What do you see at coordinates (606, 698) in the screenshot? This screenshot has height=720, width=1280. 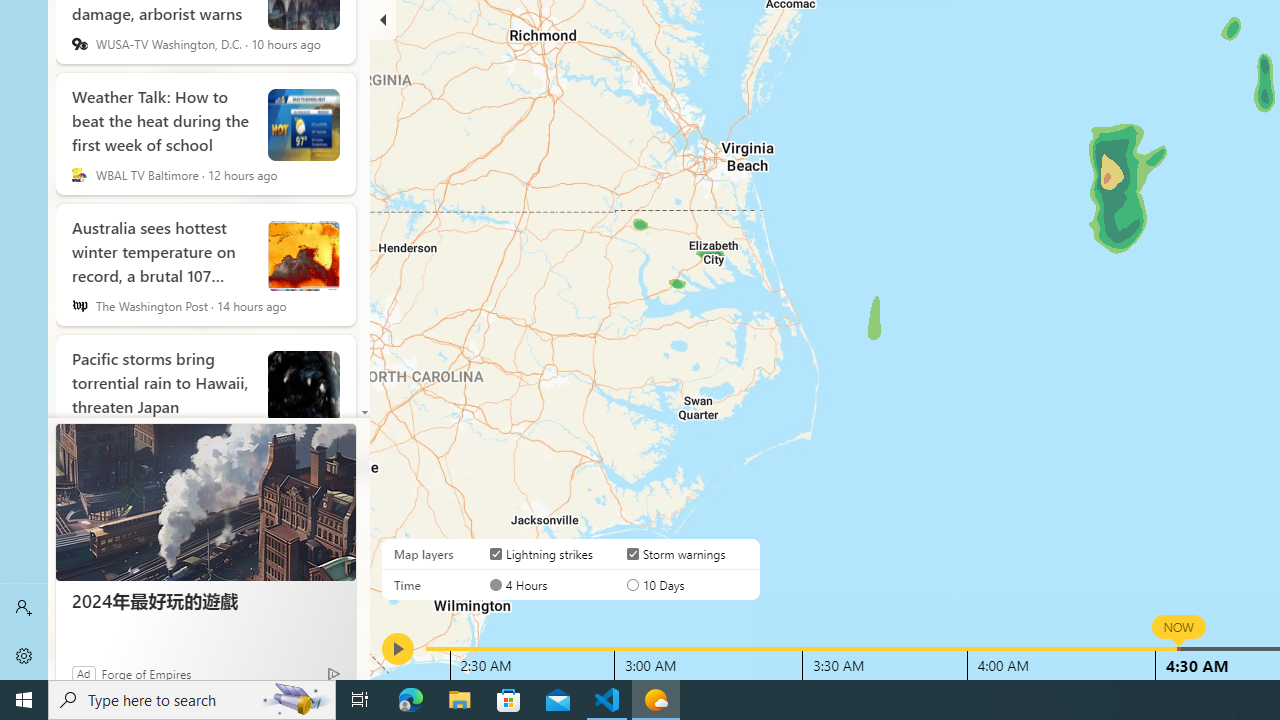 I see `'Visual Studio Code - 1 running window'` at bounding box center [606, 698].